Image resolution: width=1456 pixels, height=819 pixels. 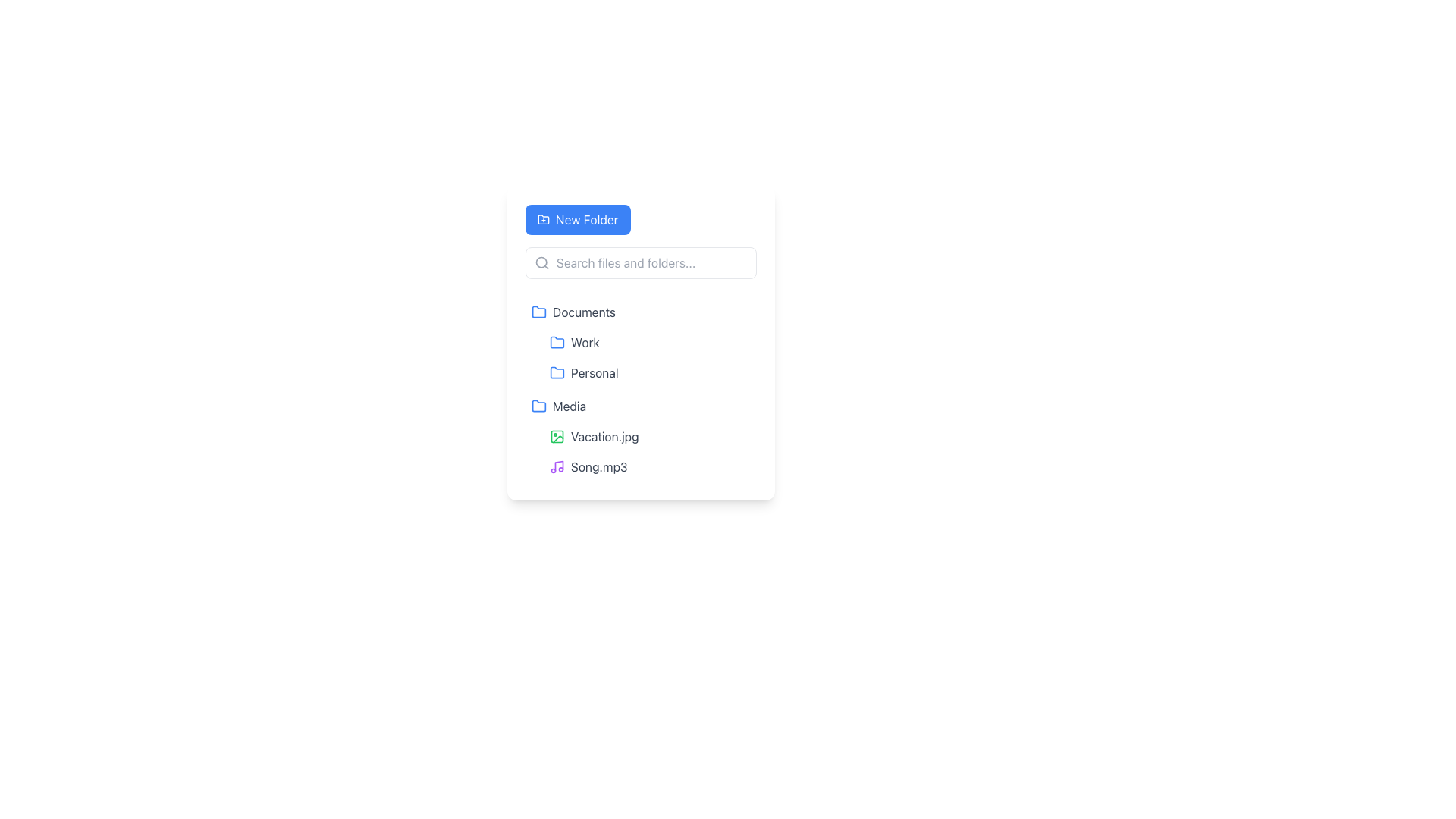 What do you see at coordinates (543, 219) in the screenshot?
I see `the blue and white folder icon located near the top-left corner of the UI interface next to the label 'New Folder'` at bounding box center [543, 219].